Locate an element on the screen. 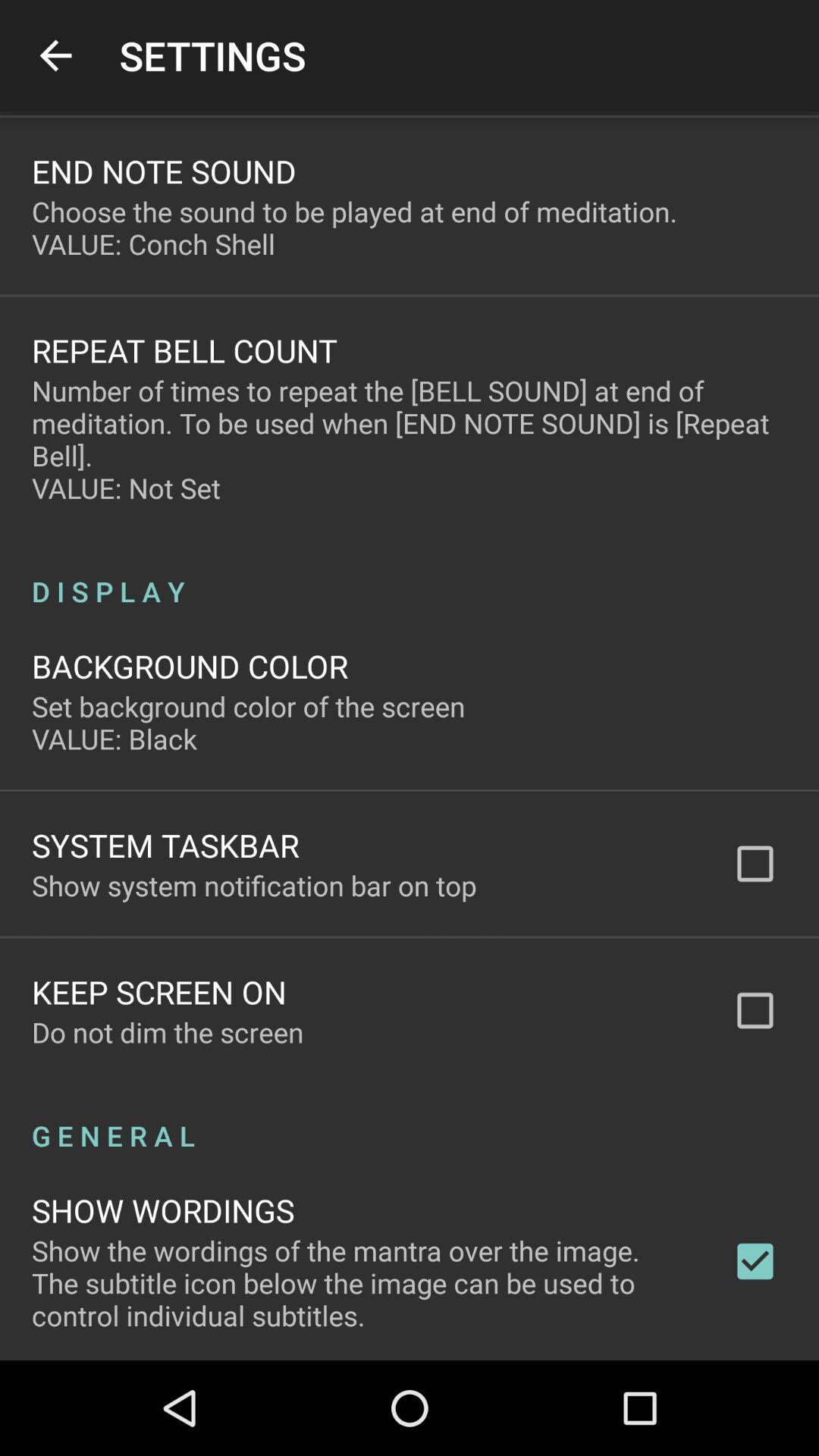 This screenshot has width=819, height=1456. do not dim icon is located at coordinates (168, 1031).